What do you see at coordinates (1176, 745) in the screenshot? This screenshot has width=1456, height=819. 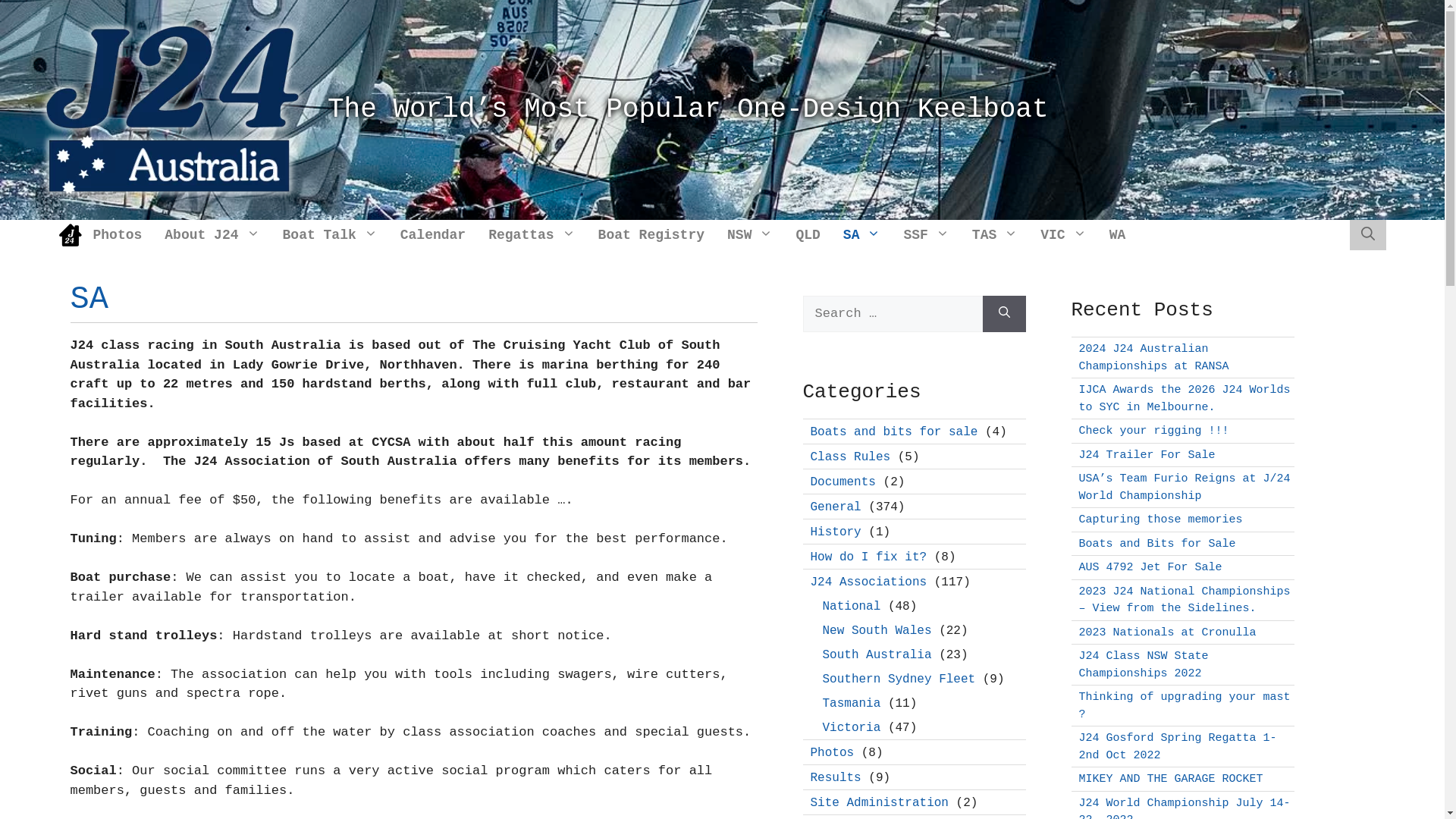 I see `'J24 Gosford Spring Regatta 1-2nd Oct 2022'` at bounding box center [1176, 745].